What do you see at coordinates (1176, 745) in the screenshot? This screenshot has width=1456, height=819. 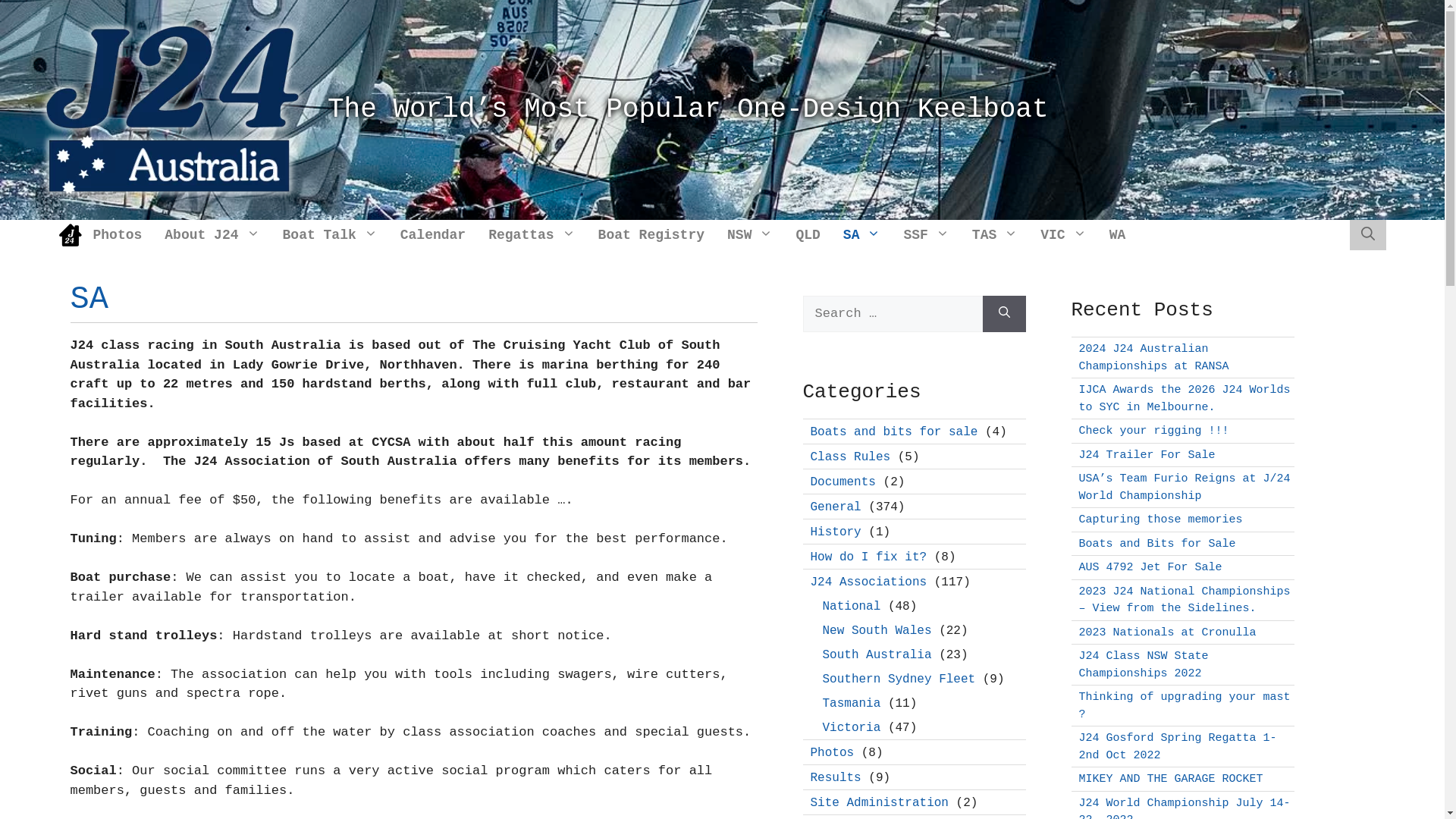 I see `'J24 Gosford Spring Regatta 1-2nd Oct 2022'` at bounding box center [1176, 745].